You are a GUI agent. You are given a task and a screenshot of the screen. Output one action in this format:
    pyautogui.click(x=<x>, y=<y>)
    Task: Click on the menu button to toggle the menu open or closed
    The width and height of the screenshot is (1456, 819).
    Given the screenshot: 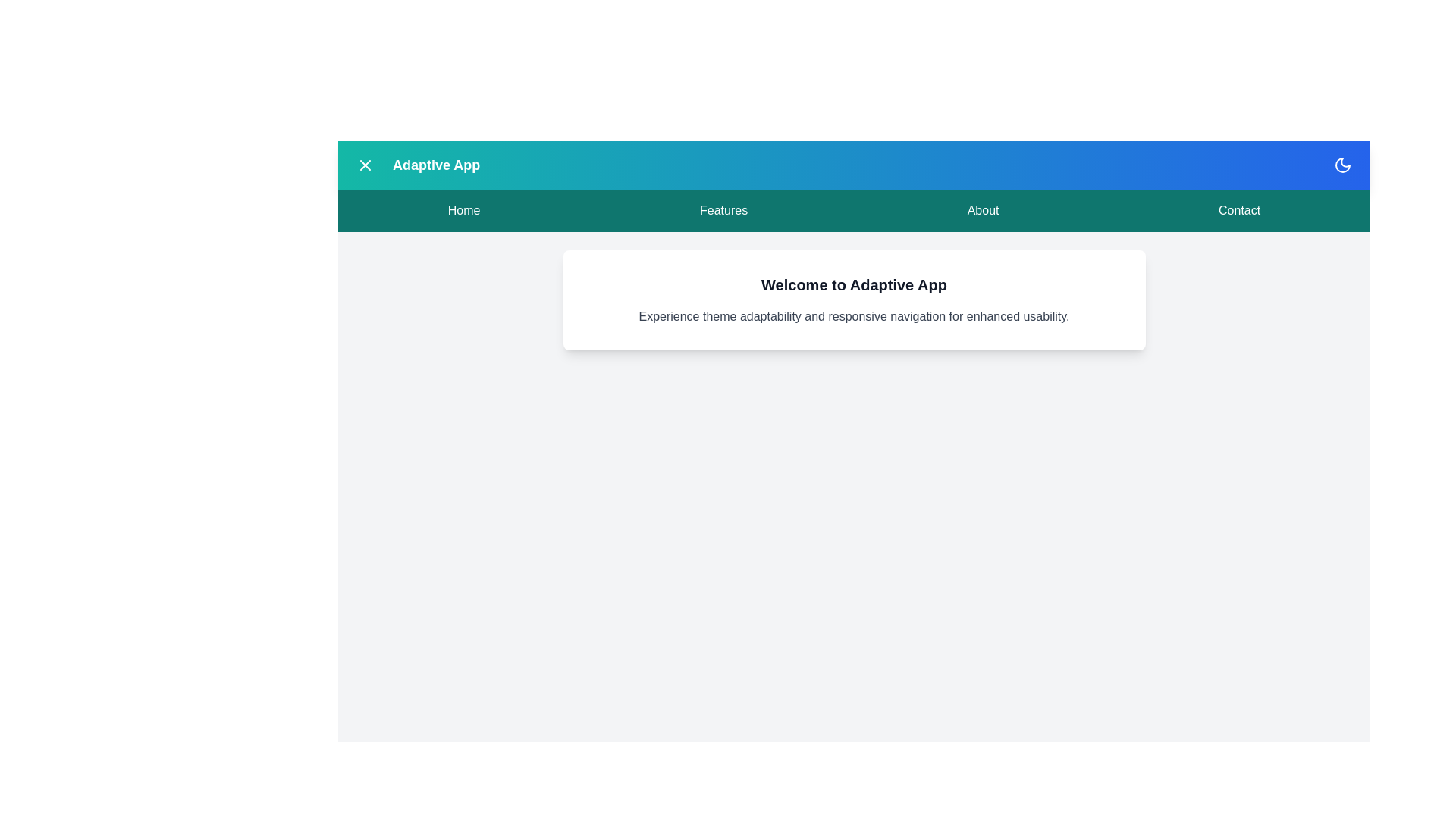 What is the action you would take?
    pyautogui.click(x=365, y=165)
    